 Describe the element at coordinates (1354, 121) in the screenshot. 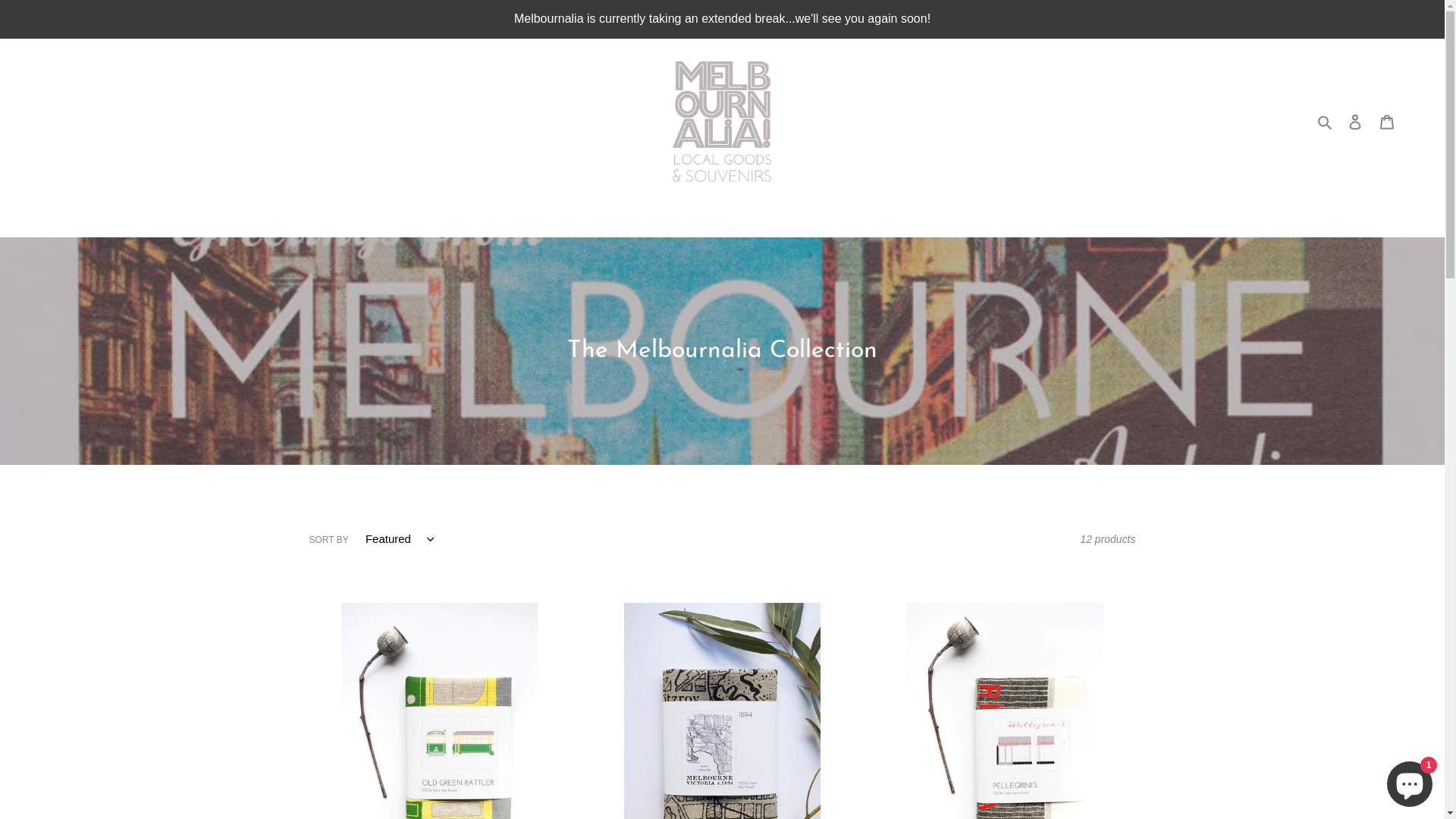

I see `'Log in'` at that location.